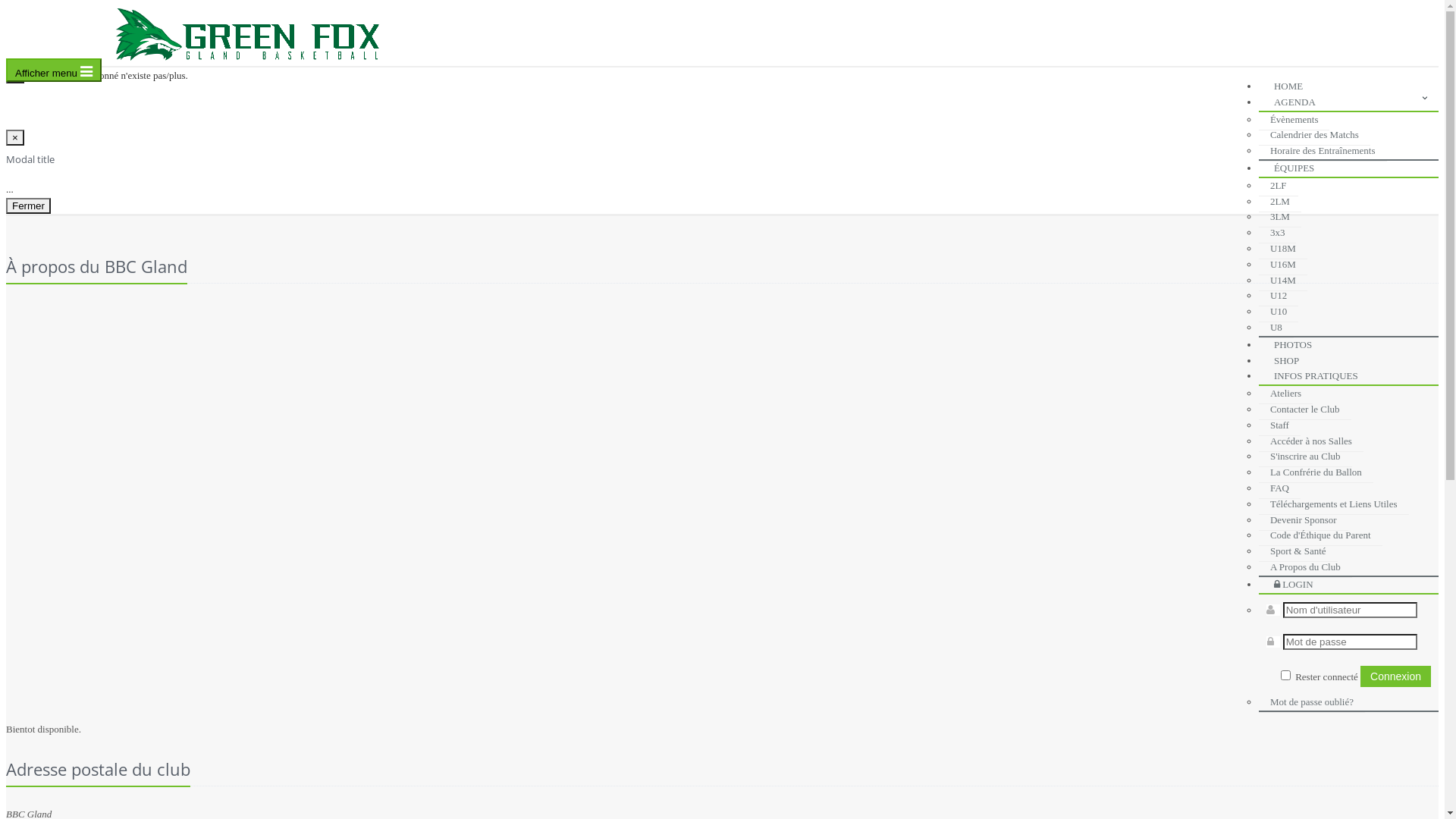 This screenshot has height=819, width=1456. I want to click on 'U18M', so click(1282, 247).